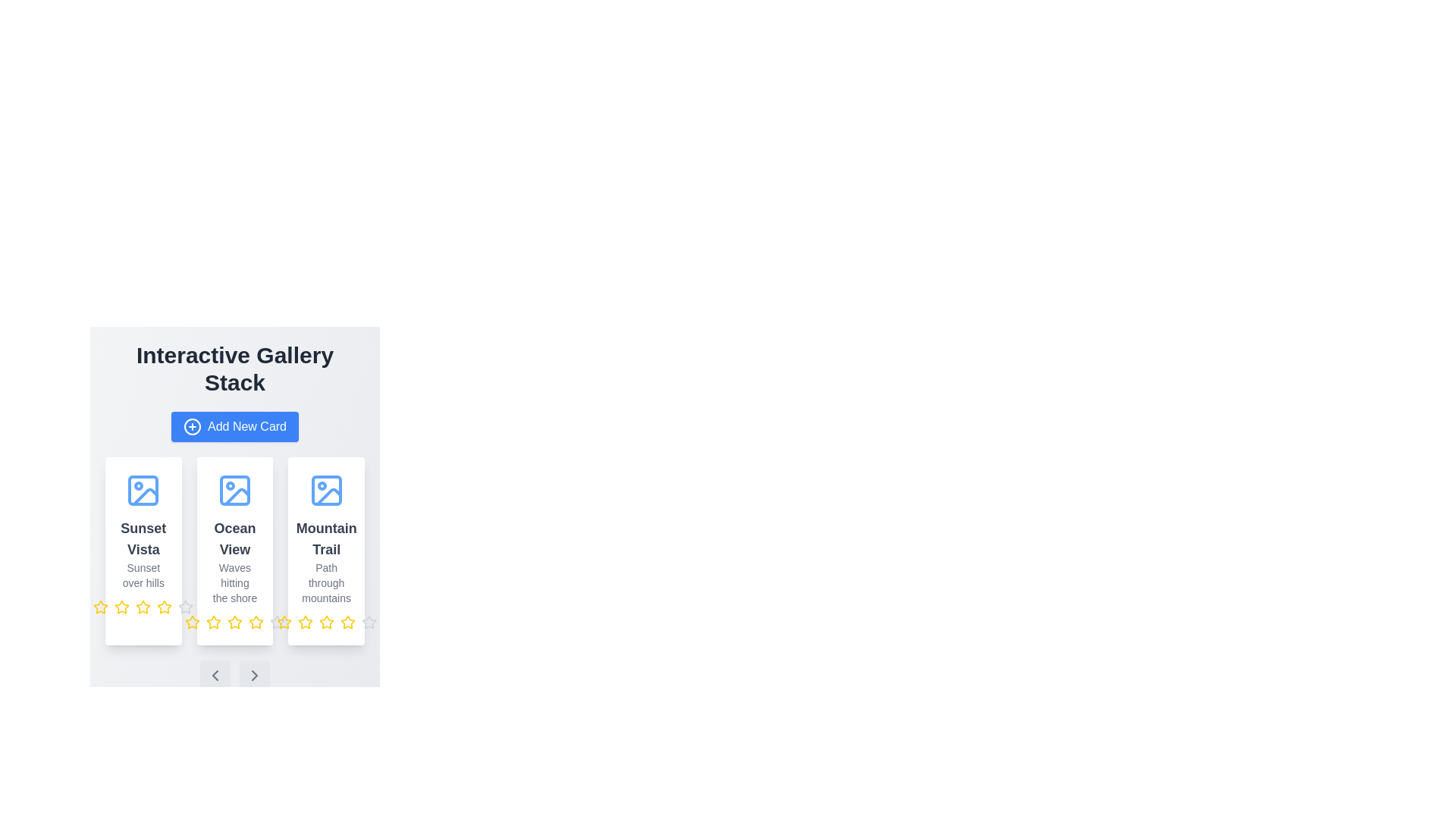 The image size is (1456, 819). Describe the element at coordinates (255, 675) in the screenshot. I see `the right arrow icon which serves as a navigation control to move to the next set of items in the gallery or carousel interface` at that location.